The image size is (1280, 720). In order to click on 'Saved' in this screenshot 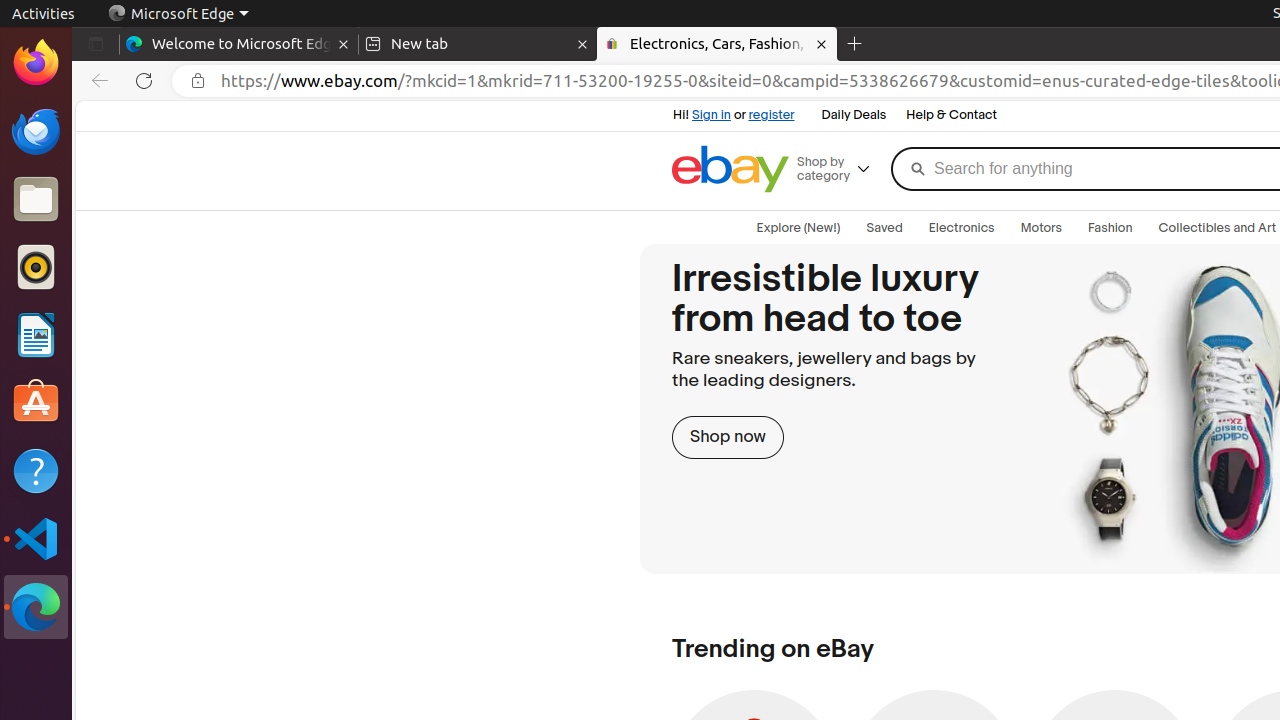, I will do `click(883, 227)`.